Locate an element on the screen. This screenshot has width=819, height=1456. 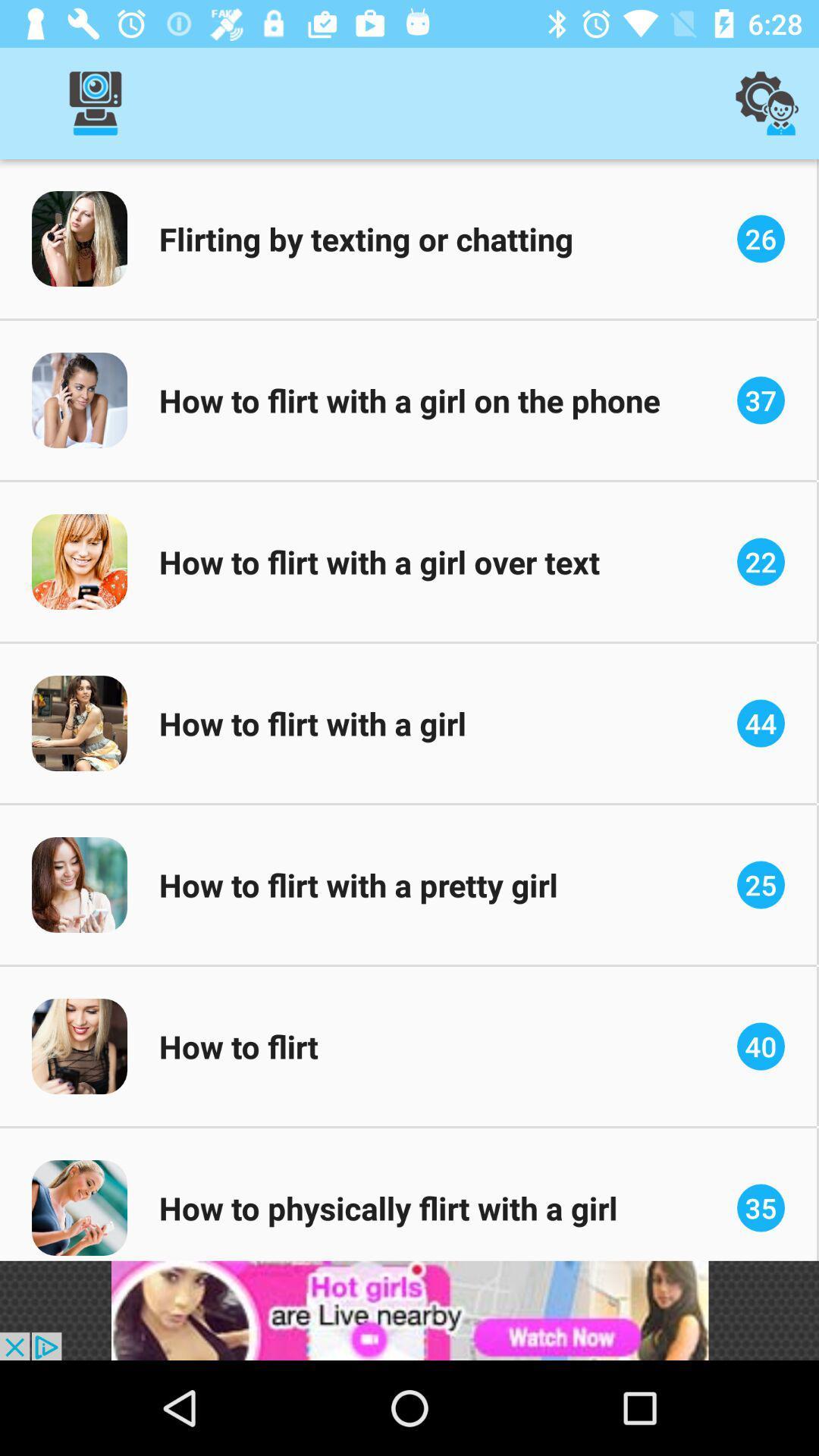
the image which is beside how to flirt is located at coordinates (79, 1046).